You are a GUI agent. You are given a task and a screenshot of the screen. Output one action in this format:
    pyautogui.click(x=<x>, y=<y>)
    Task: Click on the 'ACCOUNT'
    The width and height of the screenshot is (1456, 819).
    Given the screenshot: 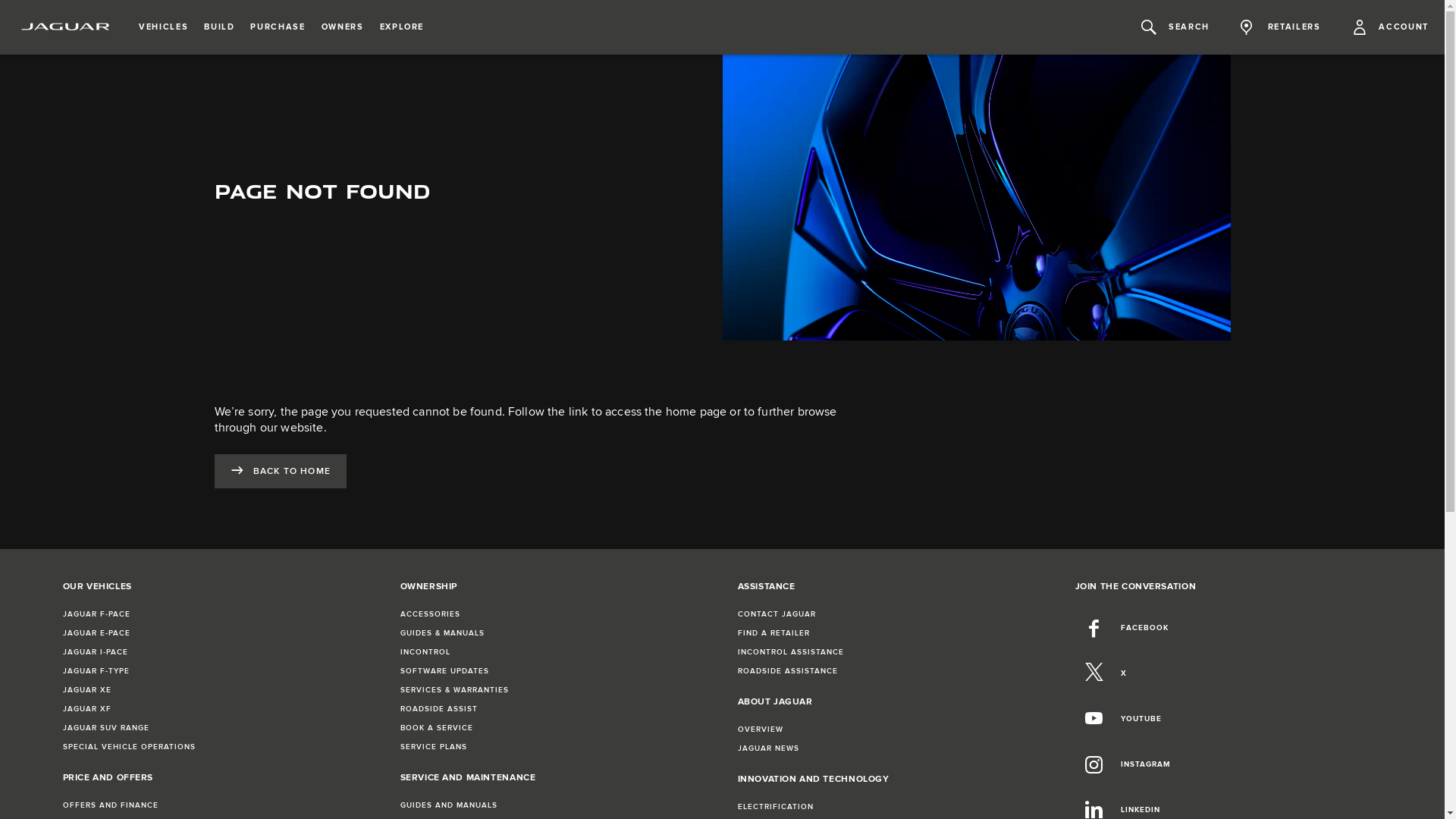 What is the action you would take?
    pyautogui.click(x=1390, y=27)
    